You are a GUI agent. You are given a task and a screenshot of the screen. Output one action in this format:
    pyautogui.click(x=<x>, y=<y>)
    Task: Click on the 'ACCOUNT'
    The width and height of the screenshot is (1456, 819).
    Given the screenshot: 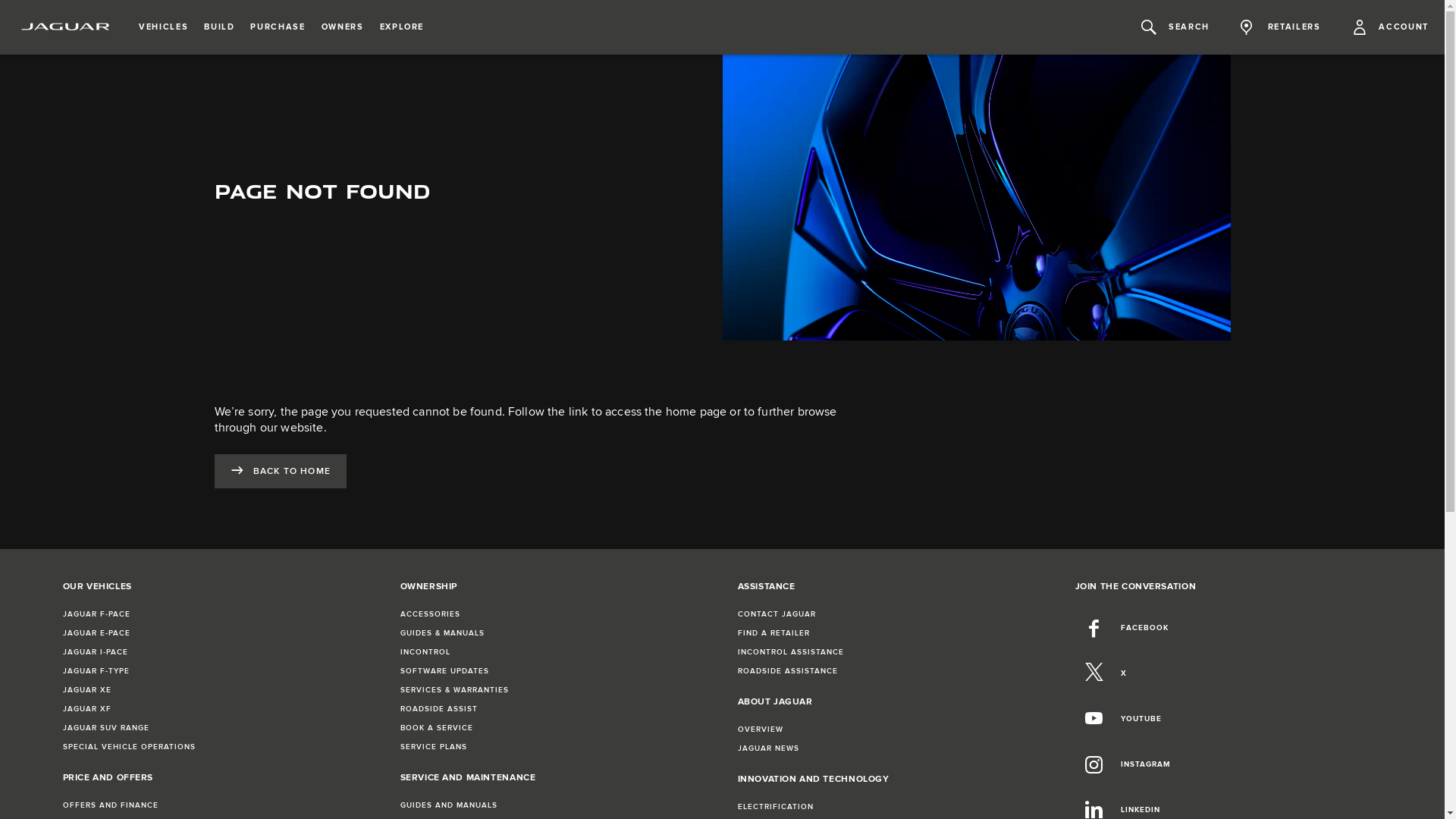 What is the action you would take?
    pyautogui.click(x=1390, y=27)
    